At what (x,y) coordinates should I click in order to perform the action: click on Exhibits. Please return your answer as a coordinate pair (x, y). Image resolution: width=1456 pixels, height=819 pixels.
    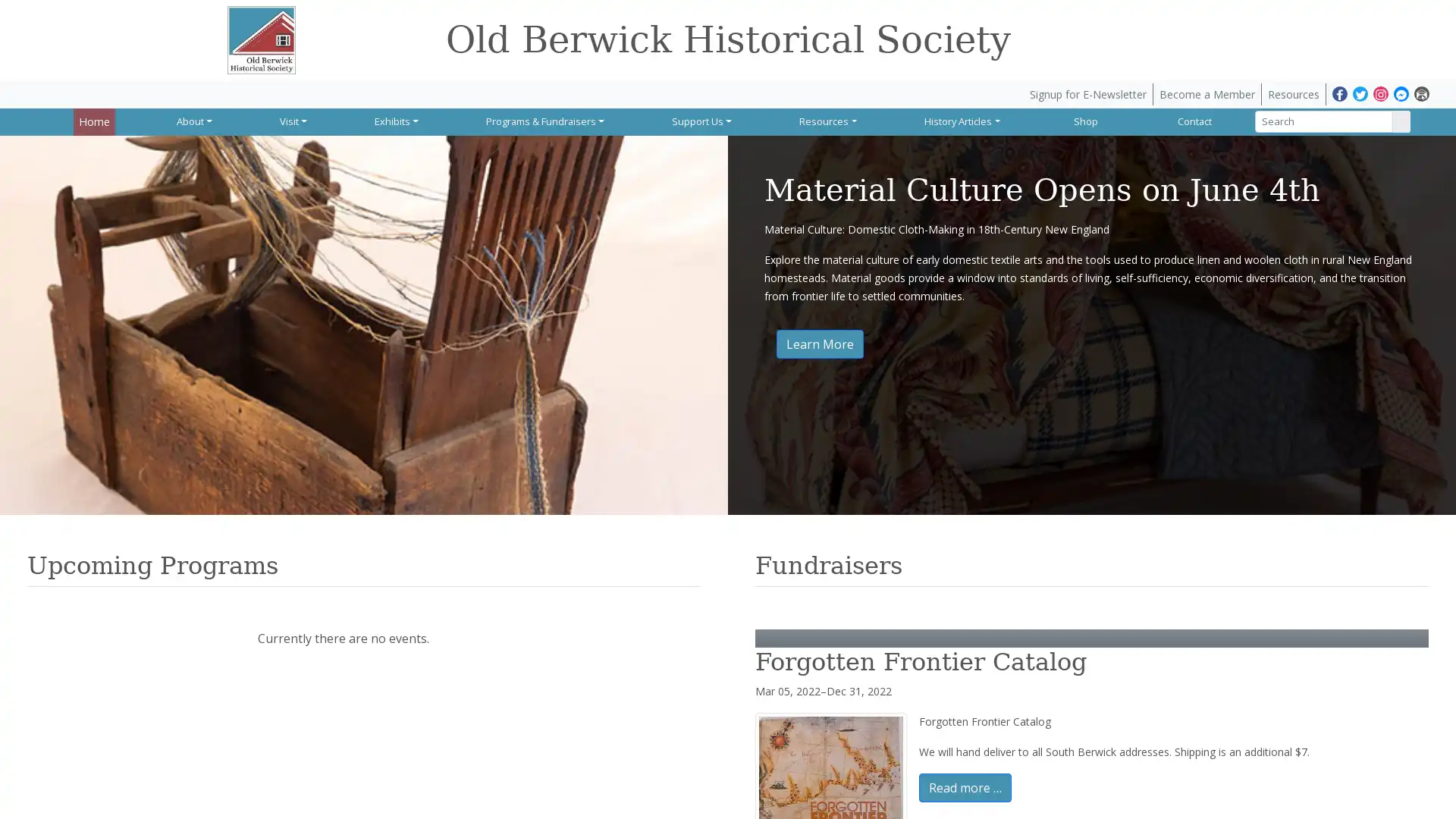
    Looking at the image, I should click on (394, 120).